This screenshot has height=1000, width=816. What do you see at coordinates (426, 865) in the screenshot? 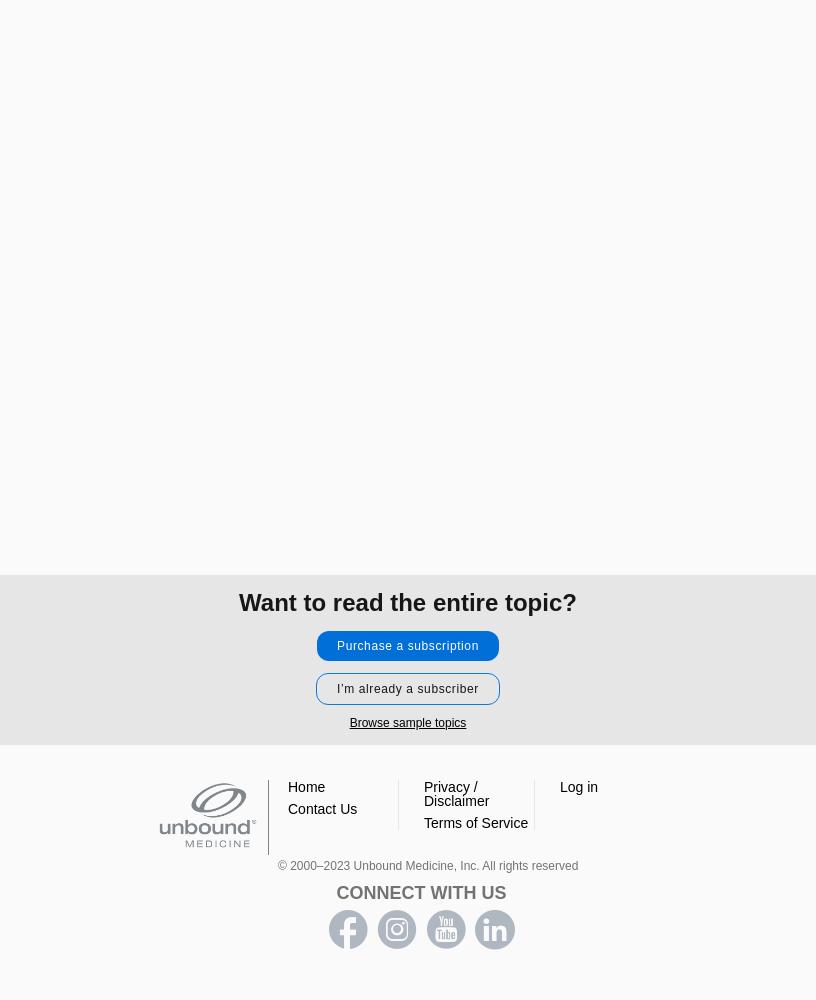
I see `'© 2000–2023 Unbound Medicine, Inc. All rights reserved'` at bounding box center [426, 865].